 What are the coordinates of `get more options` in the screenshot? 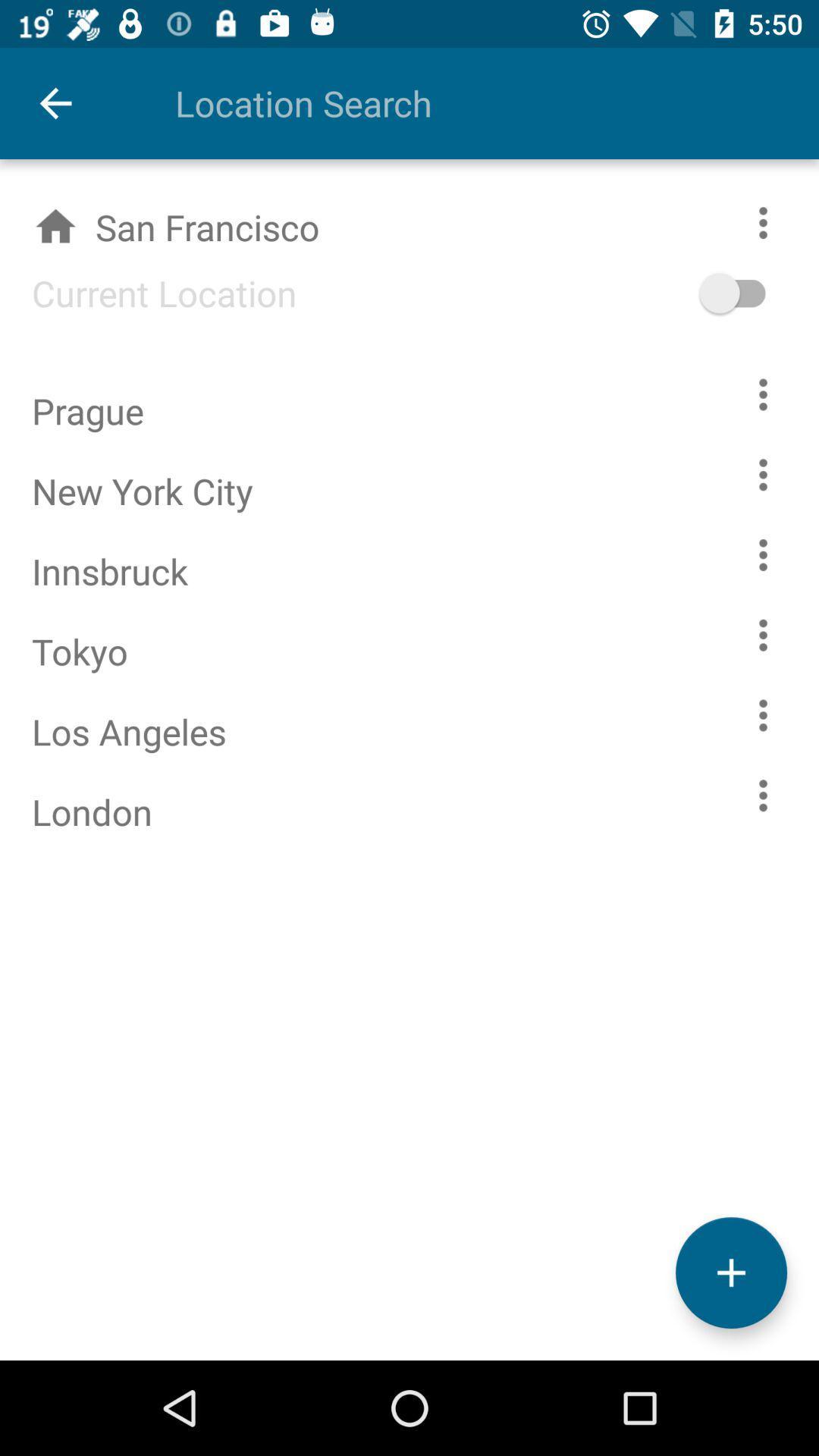 It's located at (763, 394).